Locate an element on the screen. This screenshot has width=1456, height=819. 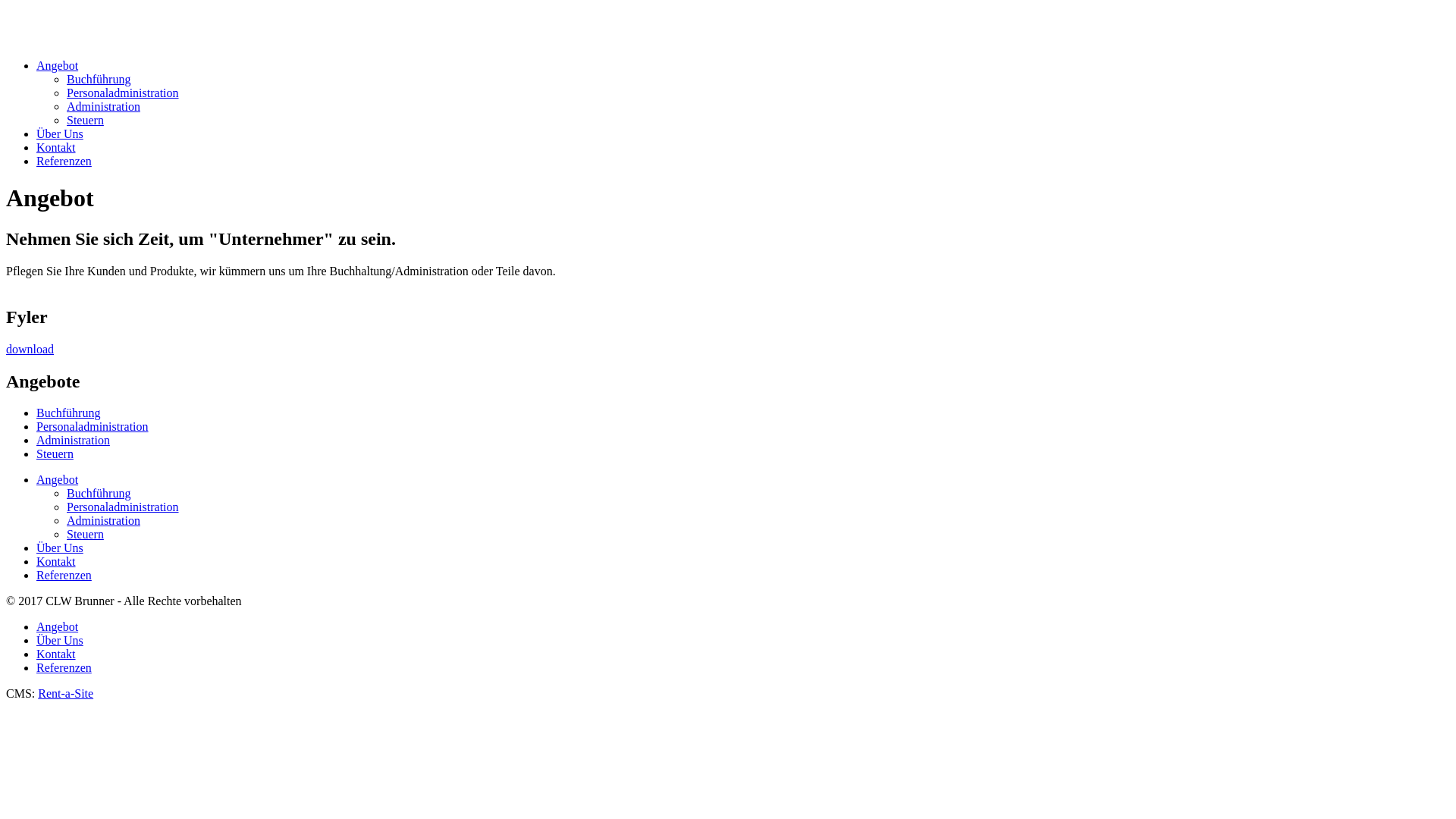
'Steuern' is located at coordinates (84, 533).